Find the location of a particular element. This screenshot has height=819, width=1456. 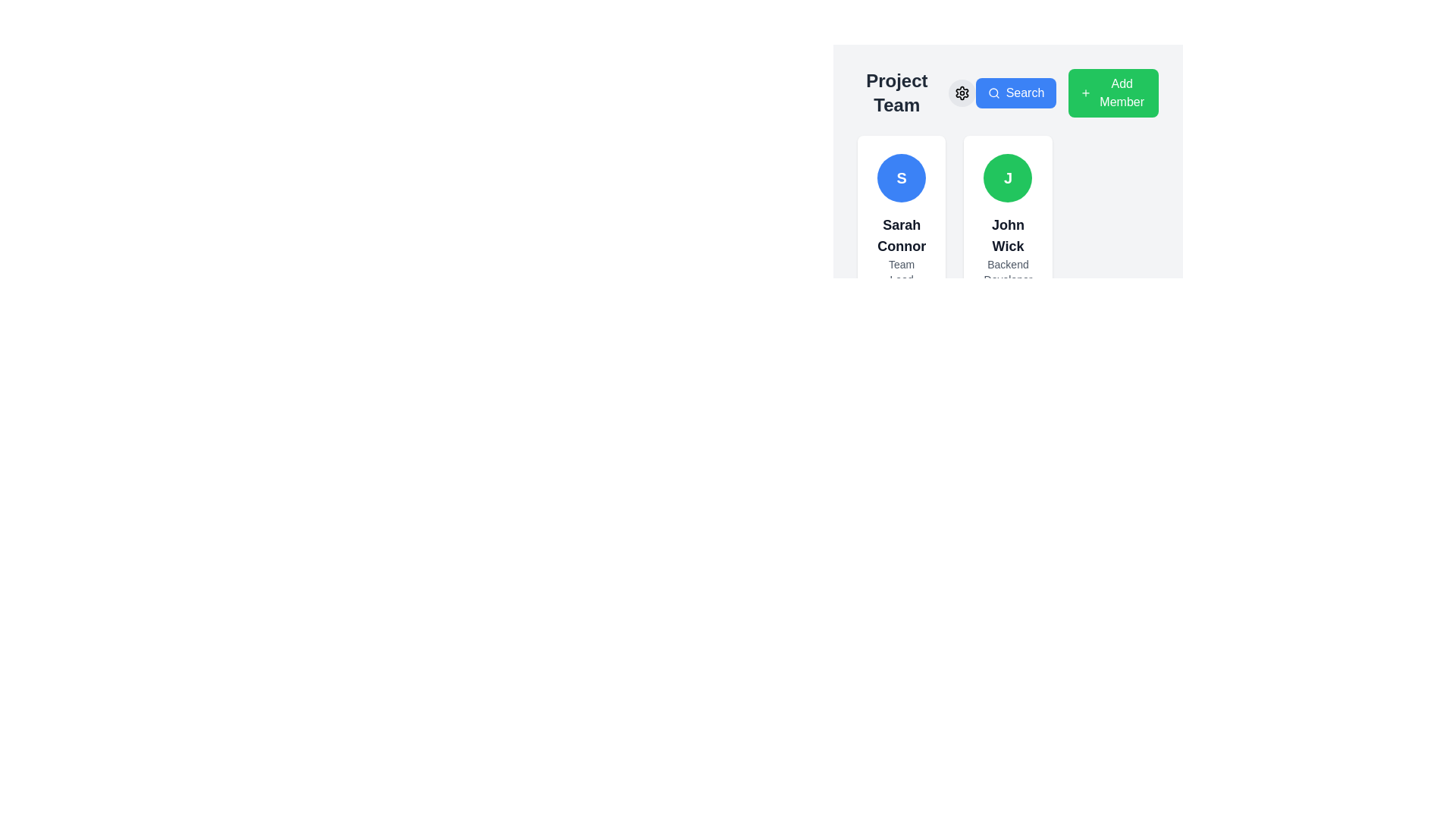

the blue 'Search' button with a white magnifying glass icon and white text to activate the hover effects is located at coordinates (1015, 93).